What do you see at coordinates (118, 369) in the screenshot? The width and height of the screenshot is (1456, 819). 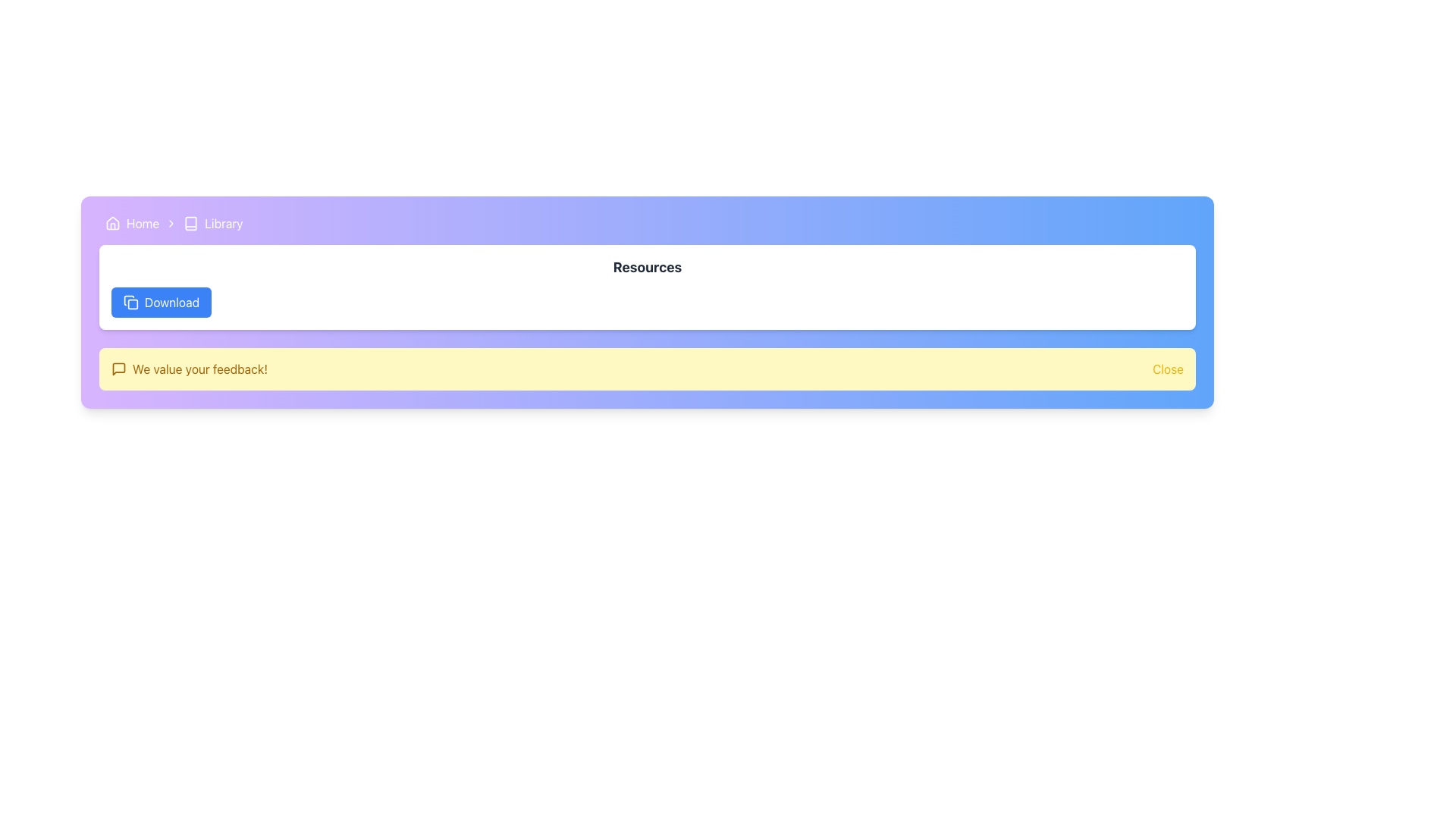 I see `the speech bubble icon located on the left side of the feedback bar, positioned before the text 'We value your feedback!'` at bounding box center [118, 369].